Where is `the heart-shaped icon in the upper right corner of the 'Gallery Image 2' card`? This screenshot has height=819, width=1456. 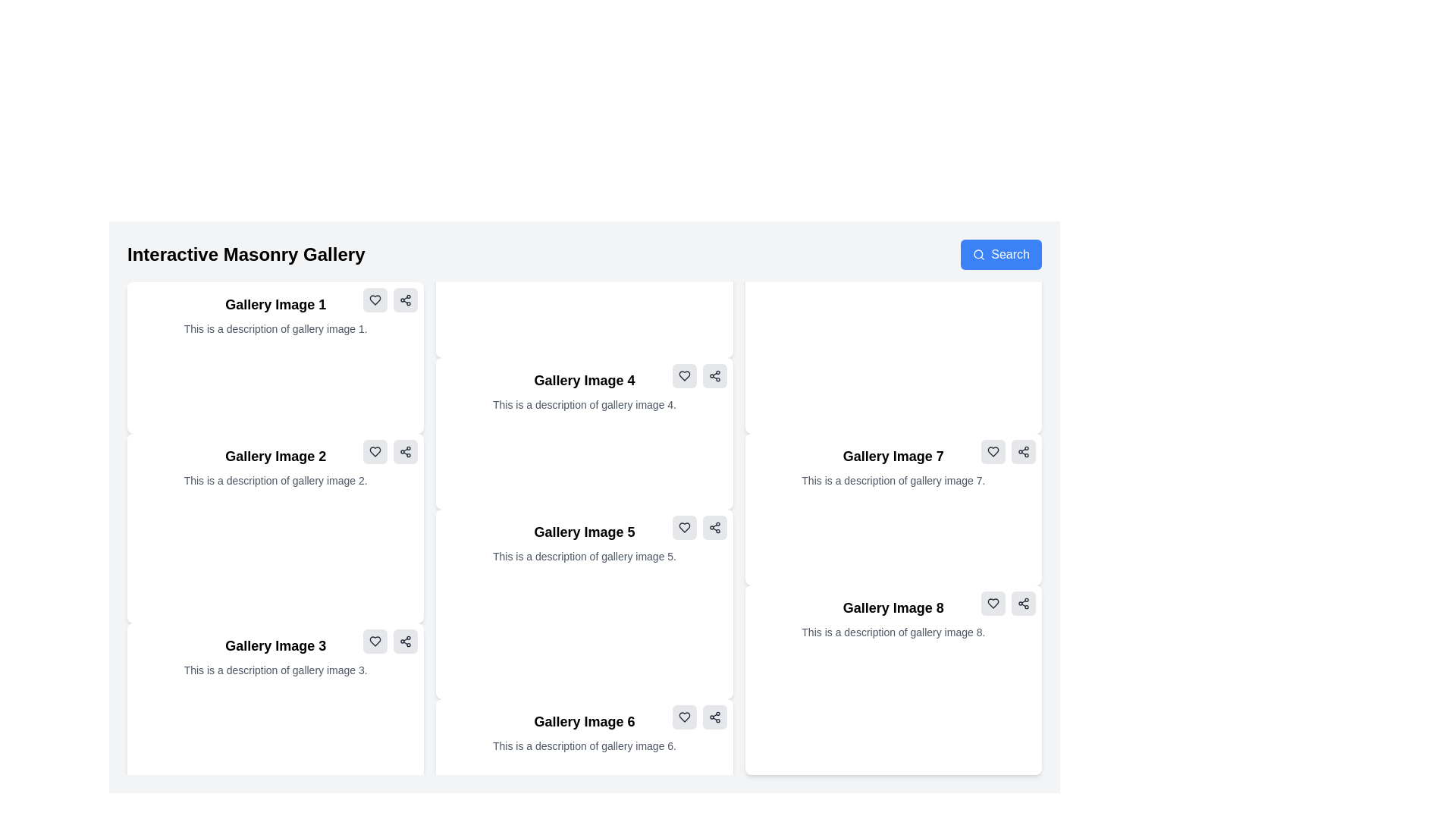
the heart-shaped icon in the upper right corner of the 'Gallery Image 2' card is located at coordinates (375, 300).